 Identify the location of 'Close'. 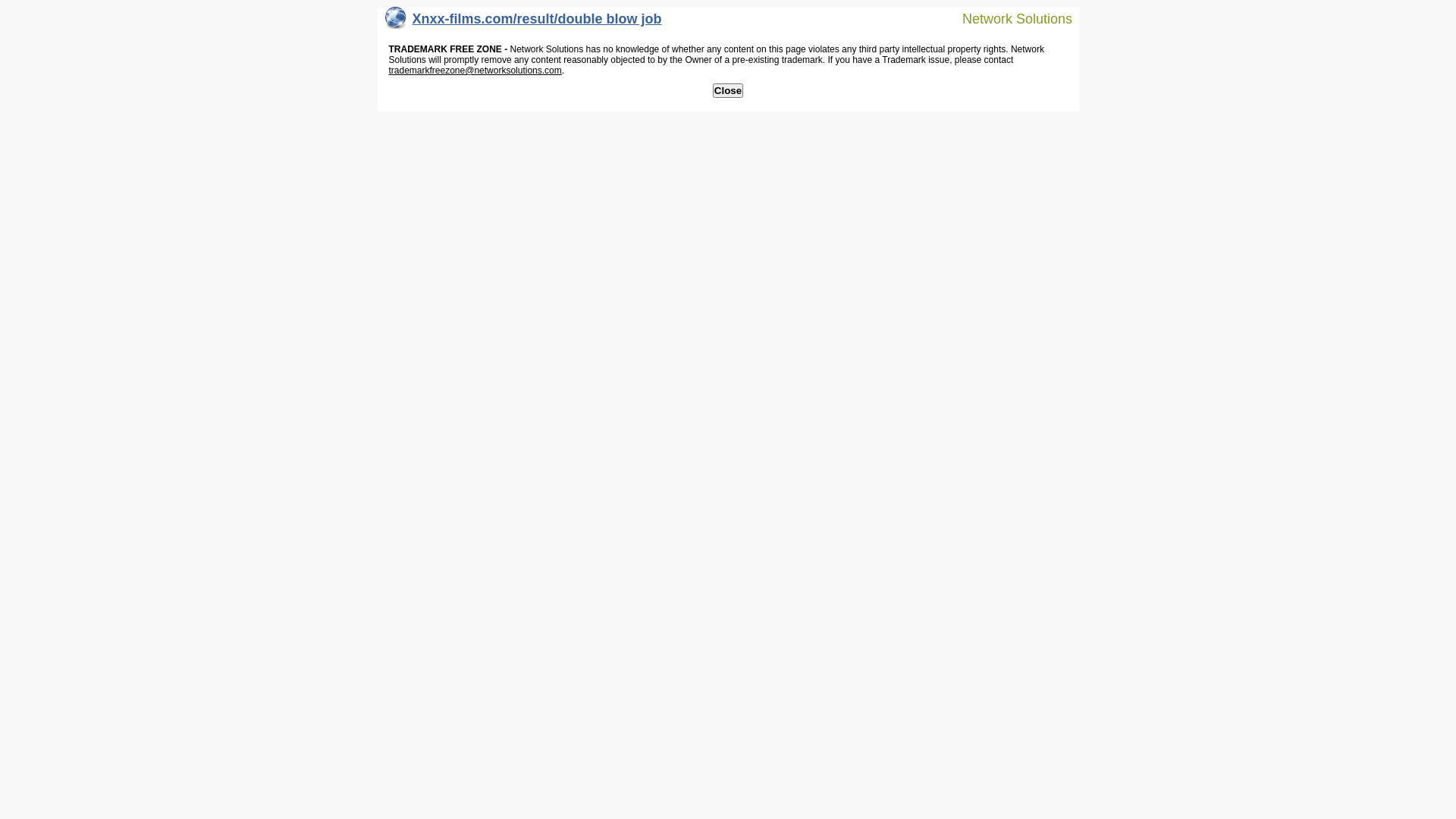
(728, 90).